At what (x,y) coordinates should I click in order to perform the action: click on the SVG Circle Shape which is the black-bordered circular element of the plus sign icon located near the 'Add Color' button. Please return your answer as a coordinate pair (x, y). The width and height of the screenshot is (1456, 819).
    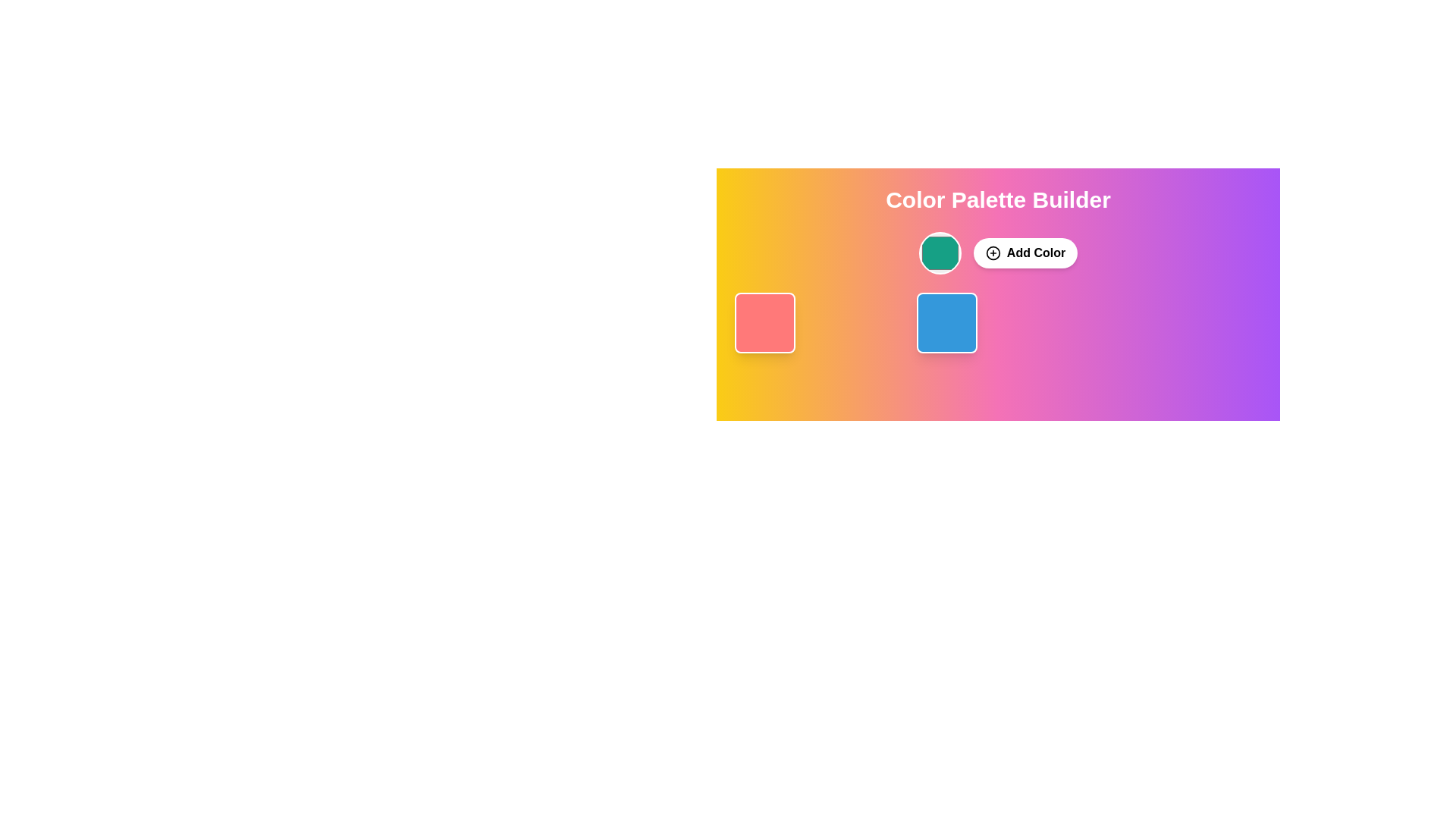
    Looking at the image, I should click on (993, 253).